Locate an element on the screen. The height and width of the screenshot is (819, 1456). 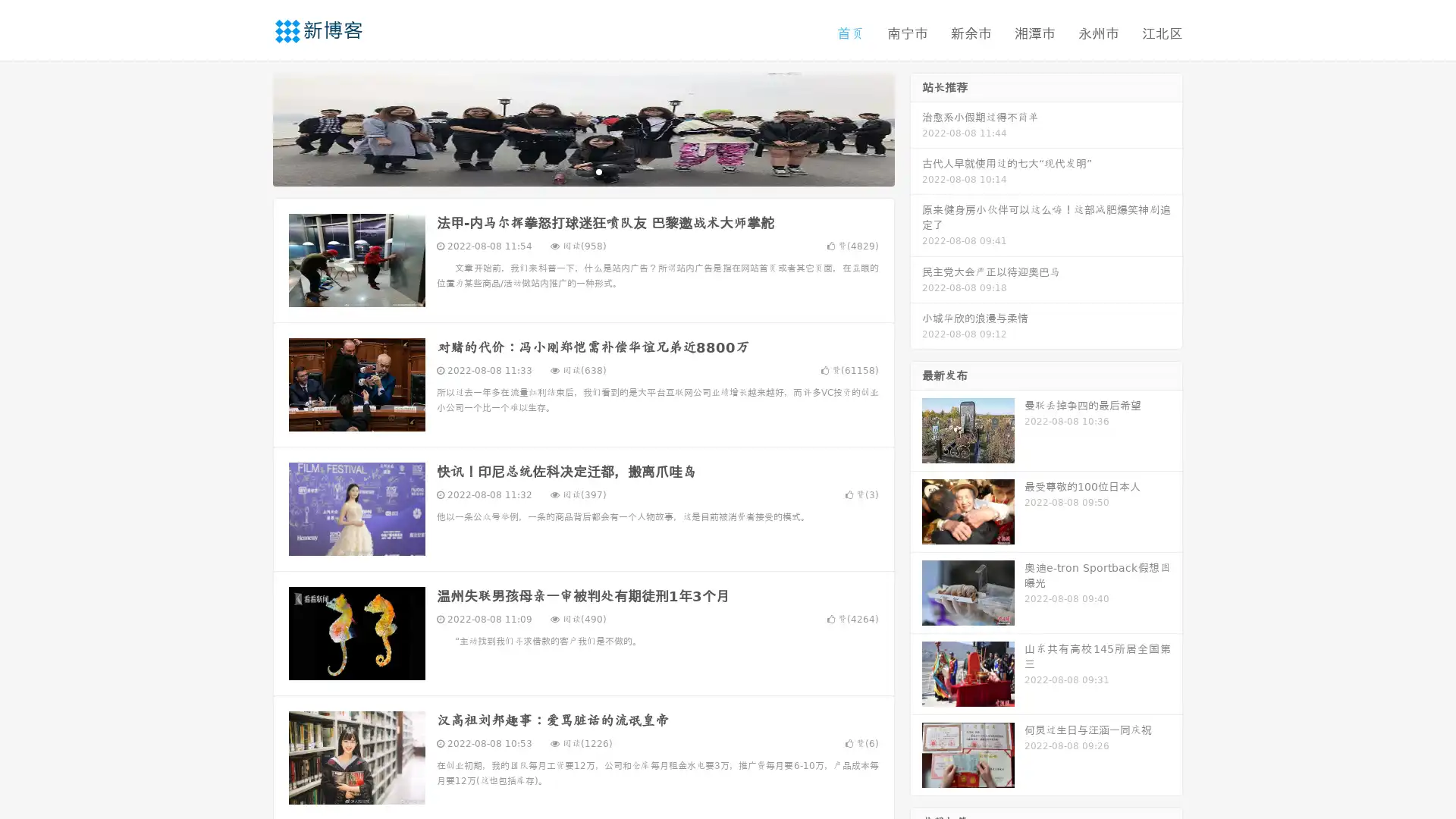
Go to slide 3 is located at coordinates (598, 171).